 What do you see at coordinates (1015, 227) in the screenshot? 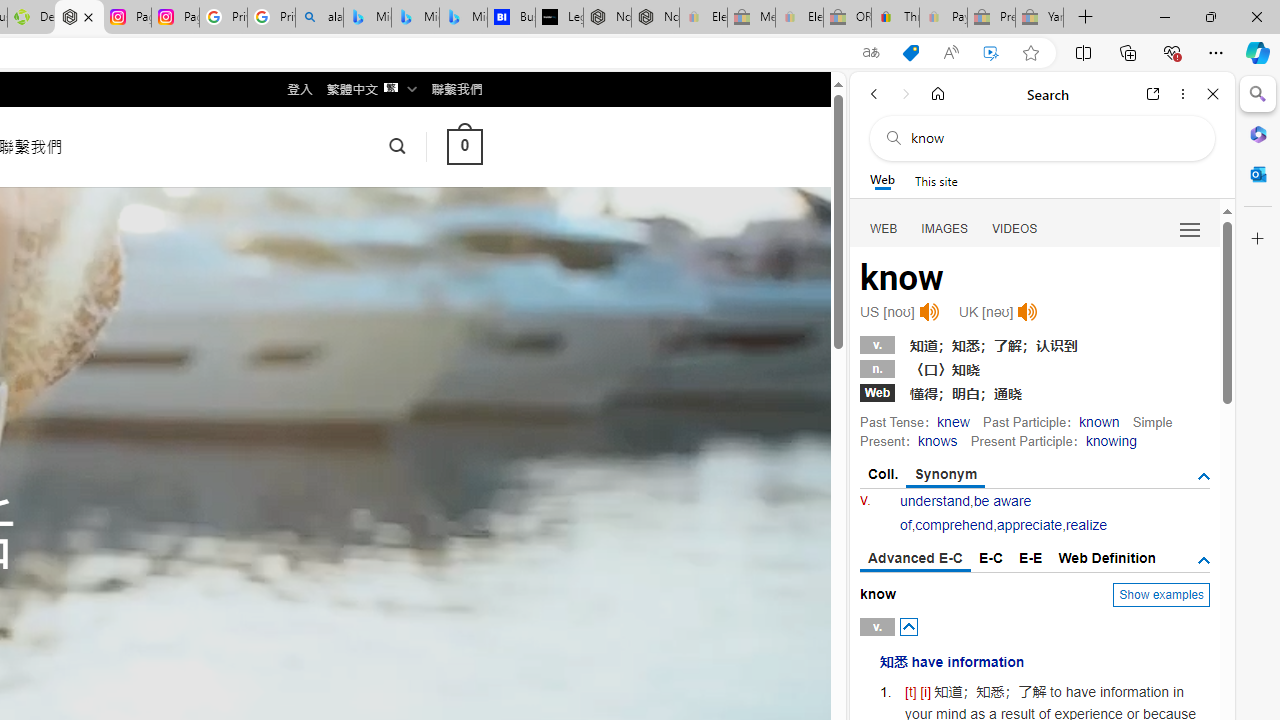
I see `'Search Filter, VIDEOS'` at bounding box center [1015, 227].